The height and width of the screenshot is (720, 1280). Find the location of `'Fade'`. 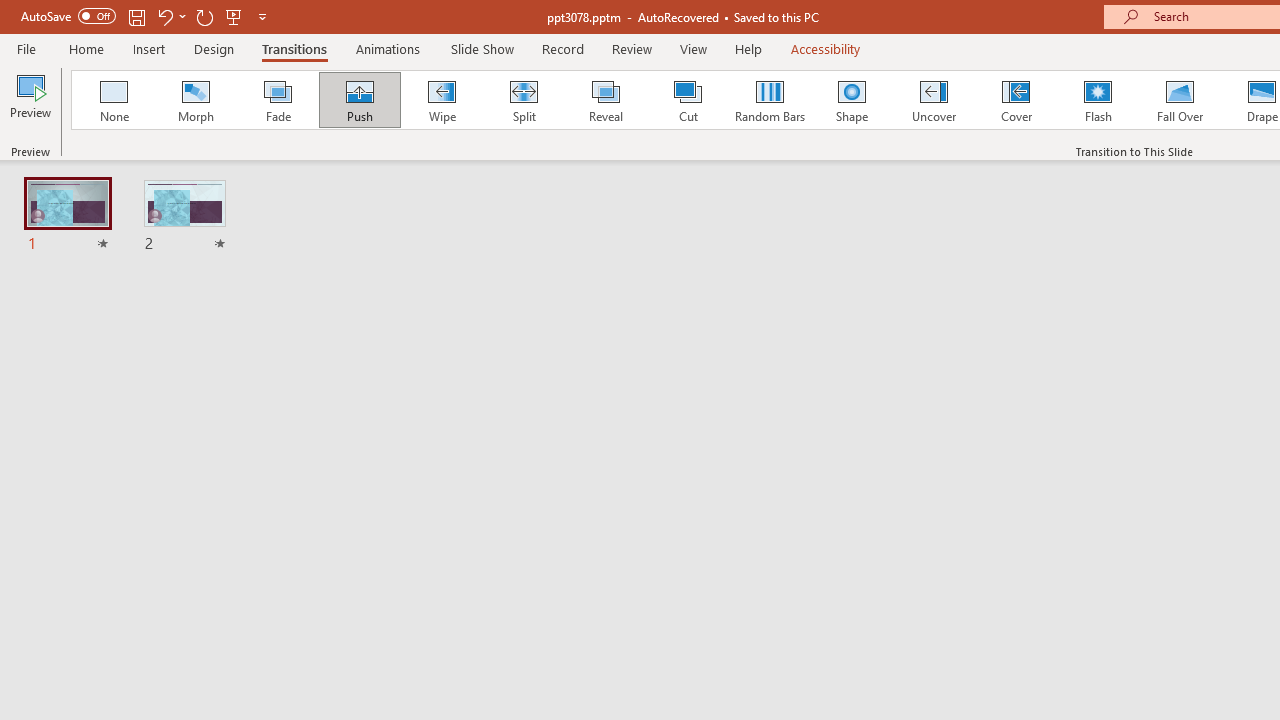

'Fade' is located at coordinates (276, 100).